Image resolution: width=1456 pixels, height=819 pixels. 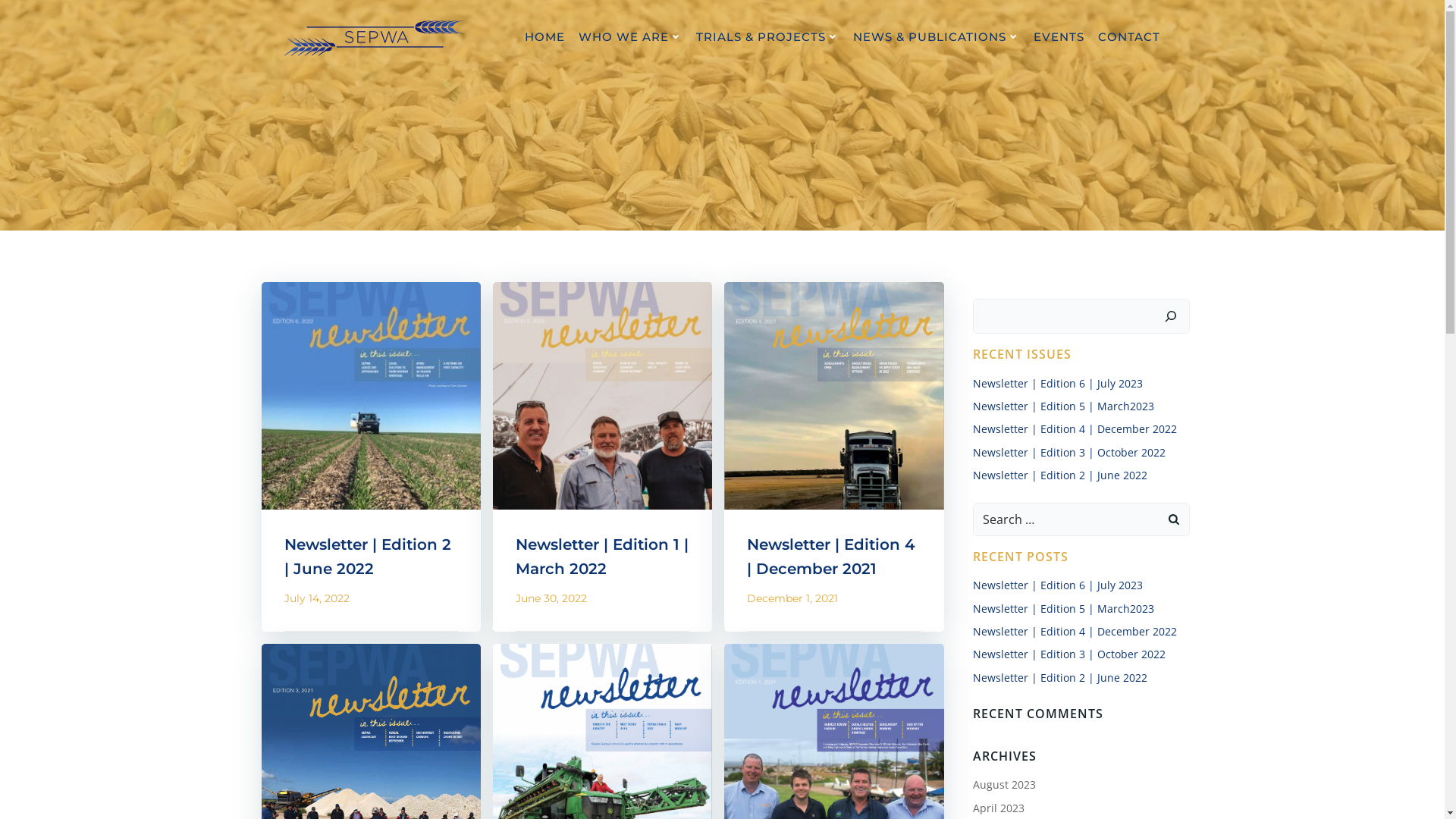 What do you see at coordinates (629, 36) in the screenshot?
I see `'WHO WE ARE'` at bounding box center [629, 36].